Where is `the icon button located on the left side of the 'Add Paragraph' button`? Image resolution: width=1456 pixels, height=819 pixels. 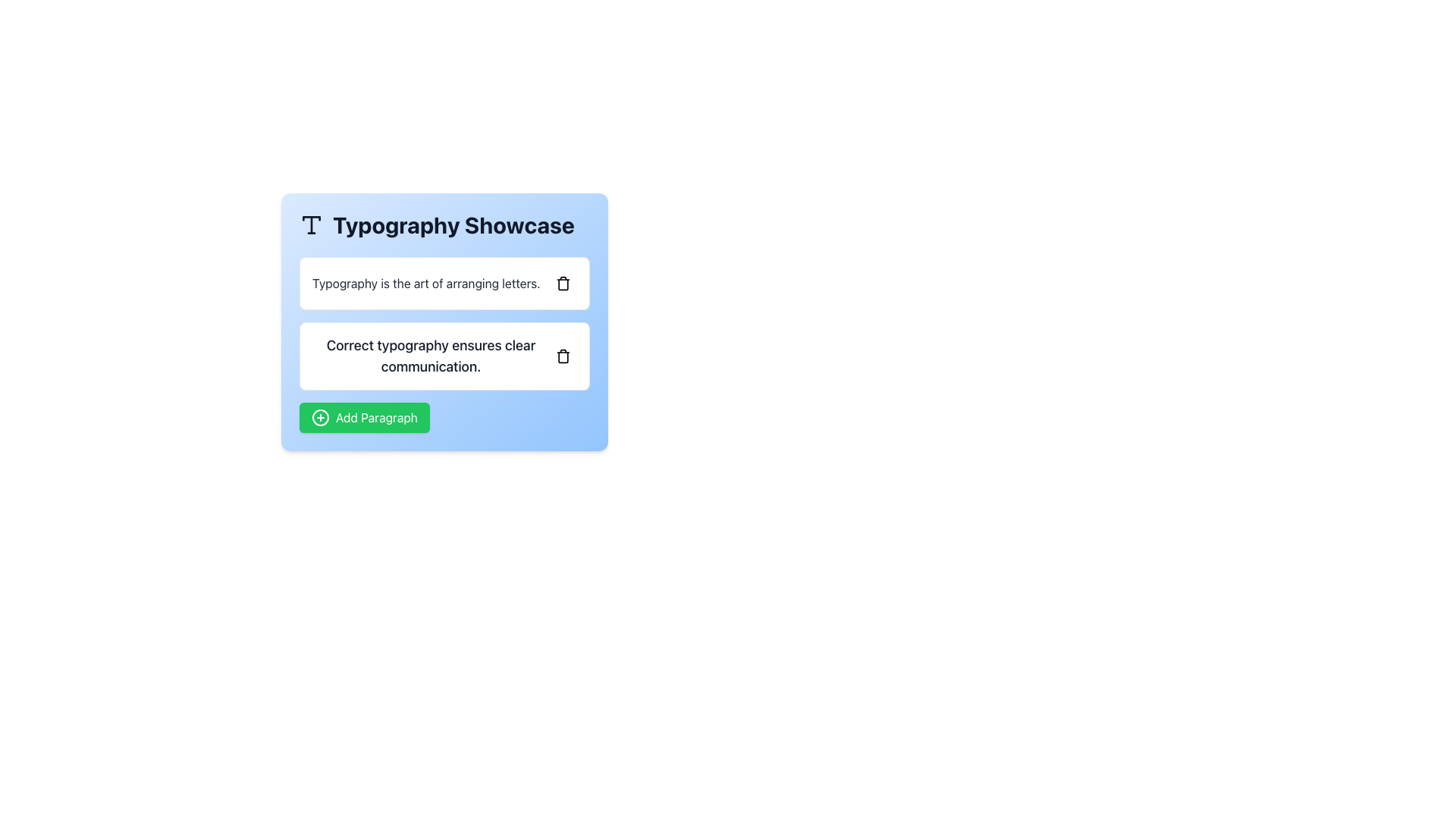 the icon button located on the left side of the 'Add Paragraph' button is located at coordinates (319, 418).